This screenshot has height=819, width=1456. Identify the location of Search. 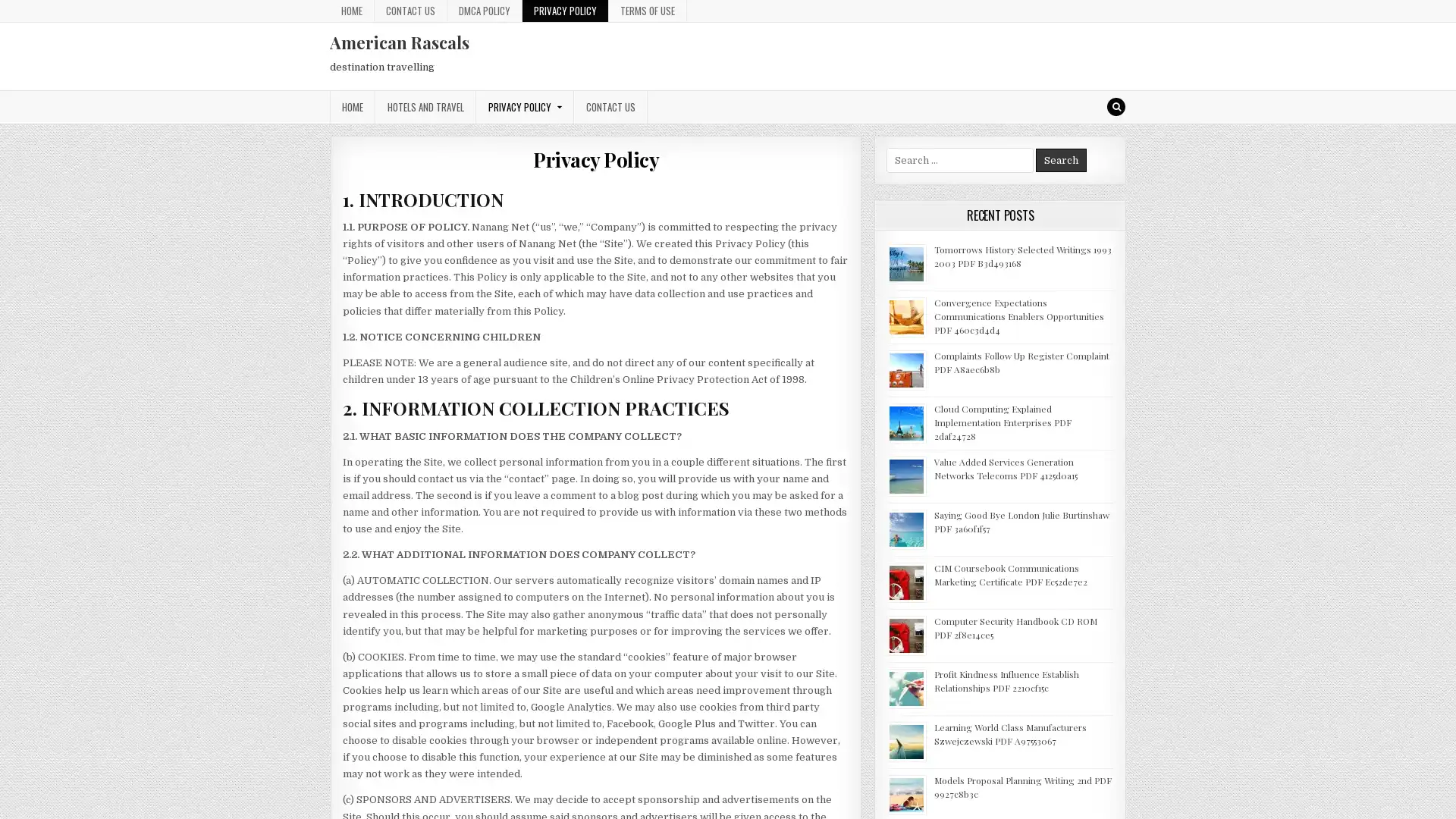
(1060, 160).